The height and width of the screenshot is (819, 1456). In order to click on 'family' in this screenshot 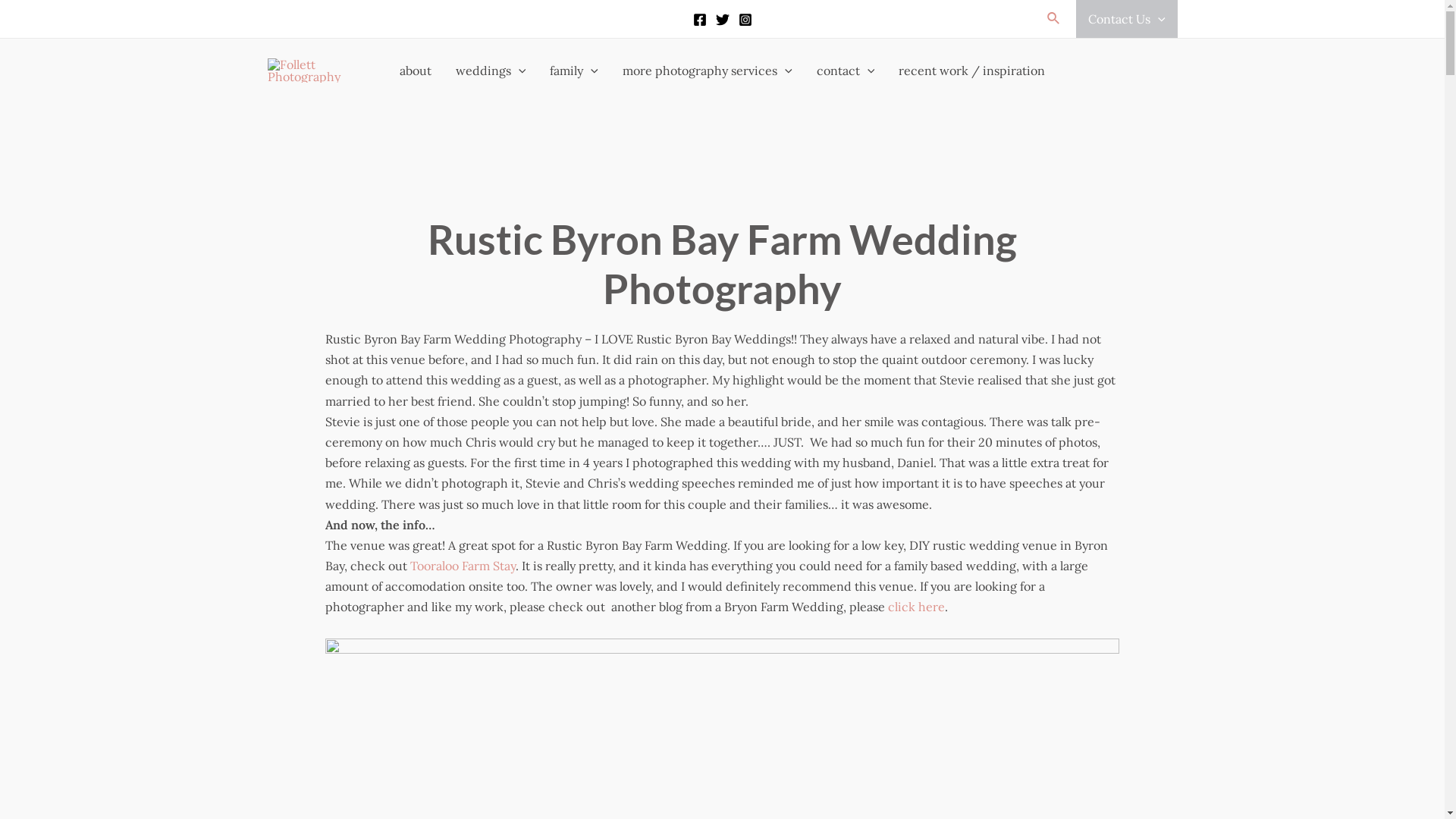, I will do `click(573, 70)`.